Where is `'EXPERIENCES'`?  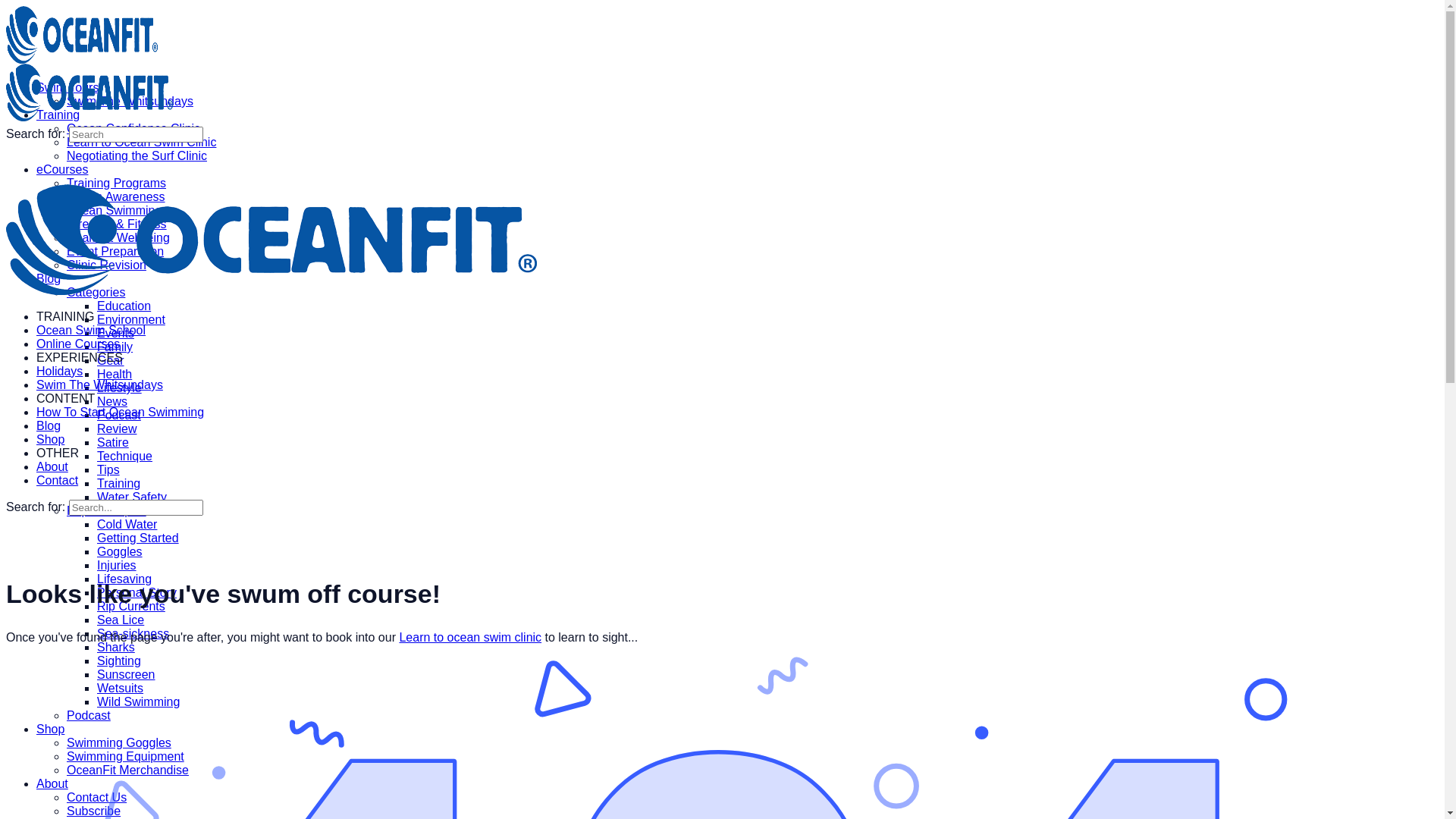 'EXPERIENCES' is located at coordinates (79, 357).